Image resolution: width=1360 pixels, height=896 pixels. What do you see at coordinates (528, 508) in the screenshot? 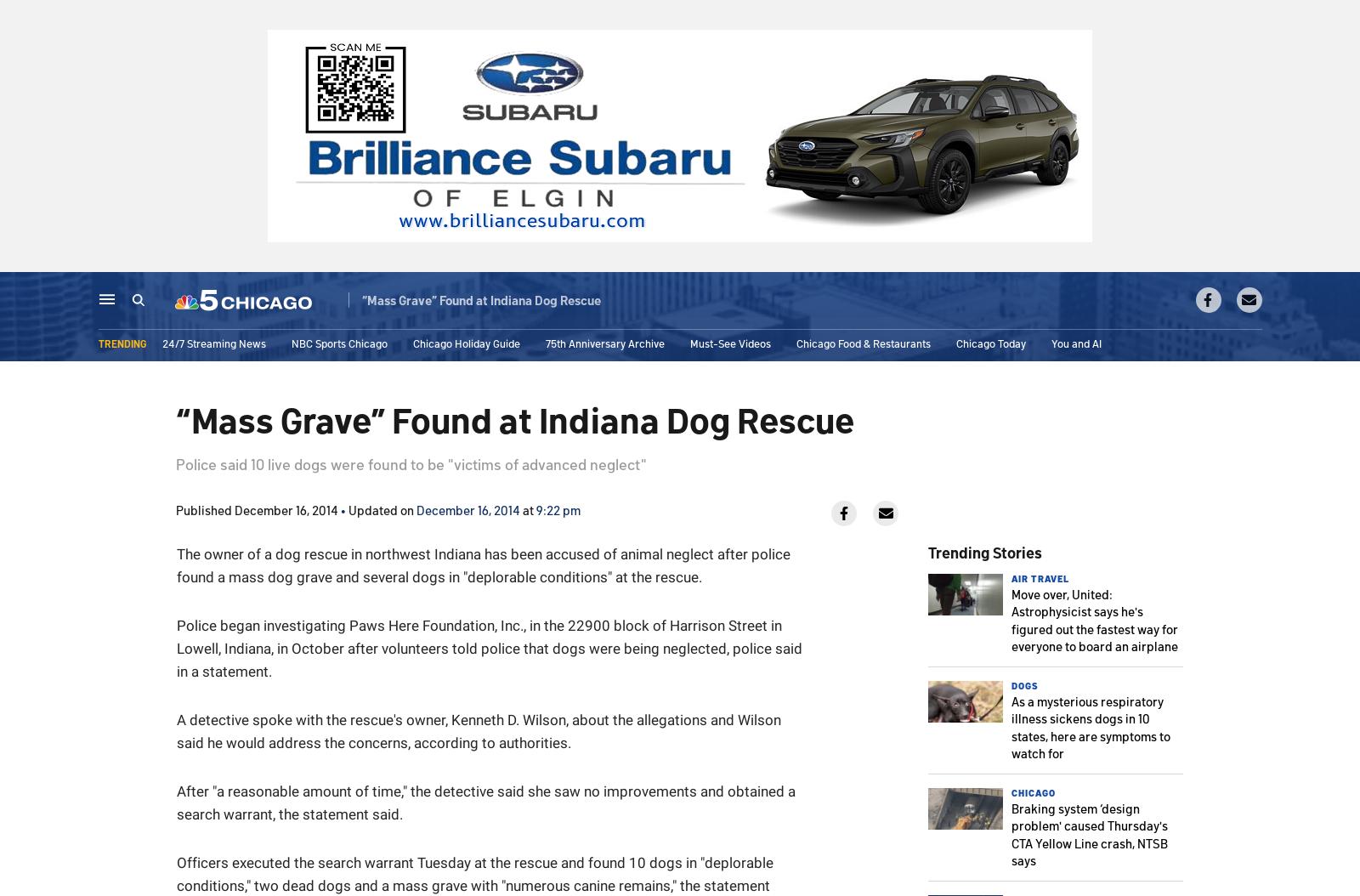
I see `'at'` at bounding box center [528, 508].